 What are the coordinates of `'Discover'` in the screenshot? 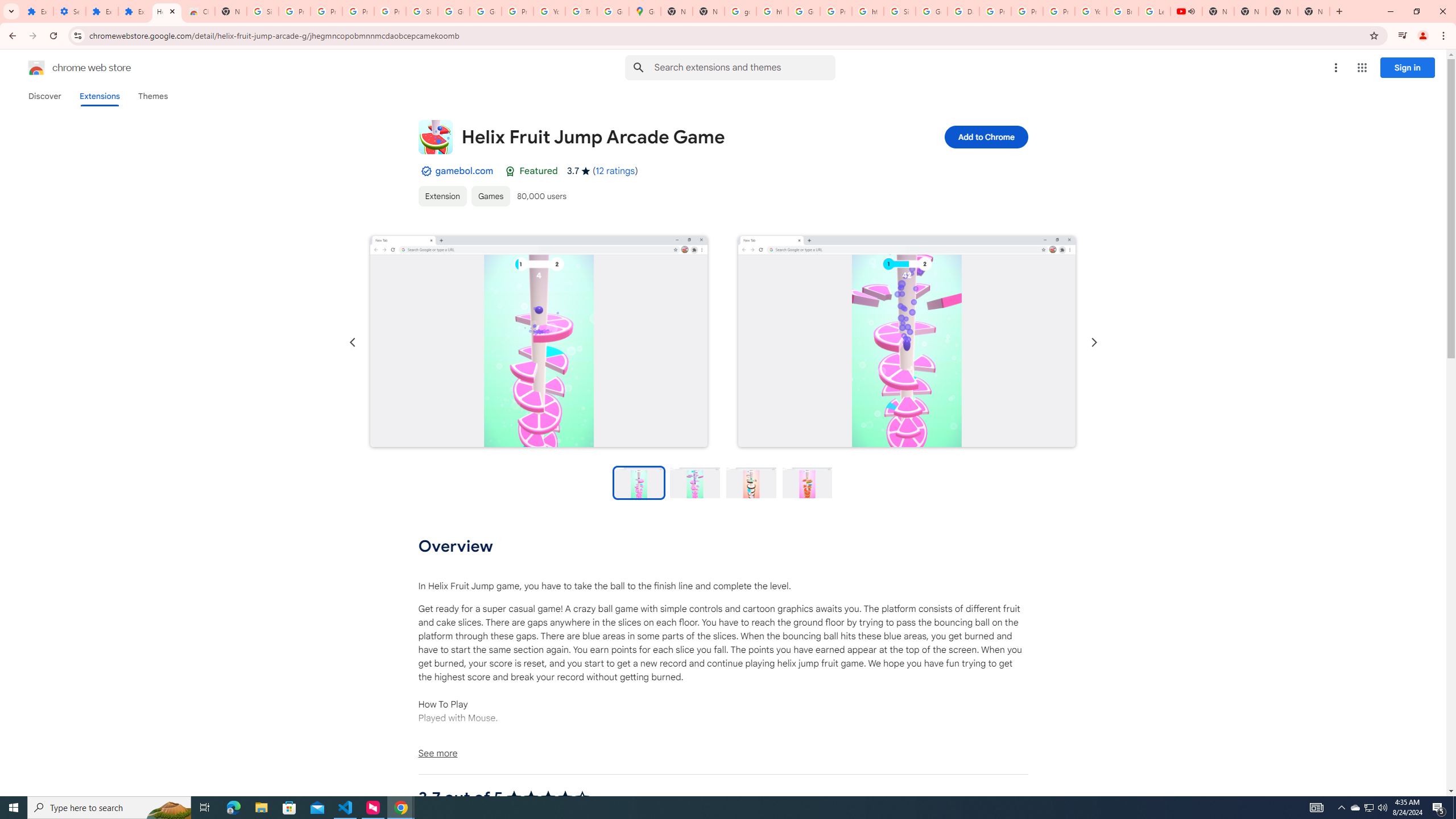 It's located at (44, 96).